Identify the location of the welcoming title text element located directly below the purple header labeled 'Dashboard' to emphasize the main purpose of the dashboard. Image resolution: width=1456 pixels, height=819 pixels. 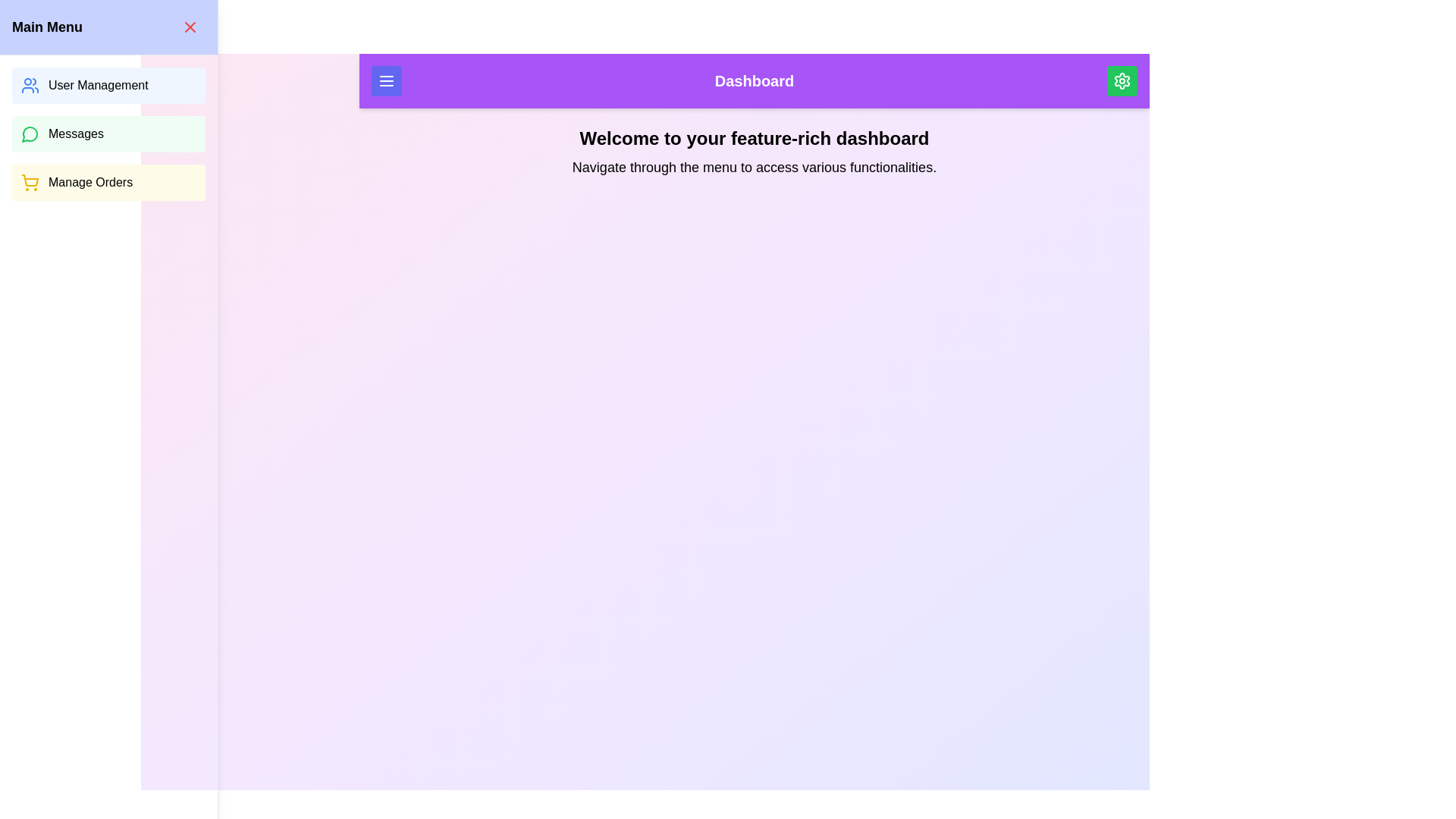
(754, 138).